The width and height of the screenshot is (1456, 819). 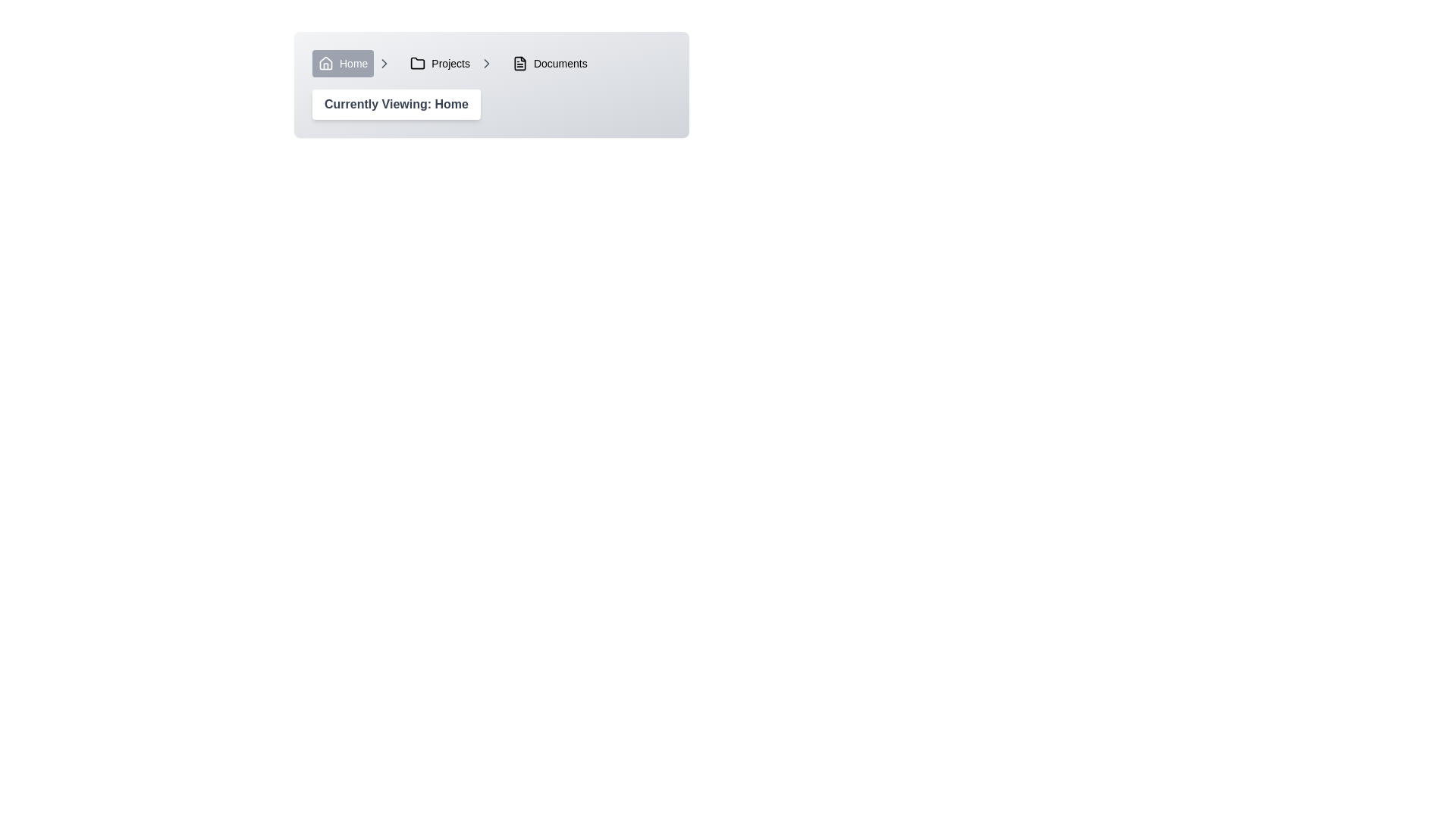 I want to click on the folder icon in the breadcrumb navigation bar, so click(x=418, y=62).